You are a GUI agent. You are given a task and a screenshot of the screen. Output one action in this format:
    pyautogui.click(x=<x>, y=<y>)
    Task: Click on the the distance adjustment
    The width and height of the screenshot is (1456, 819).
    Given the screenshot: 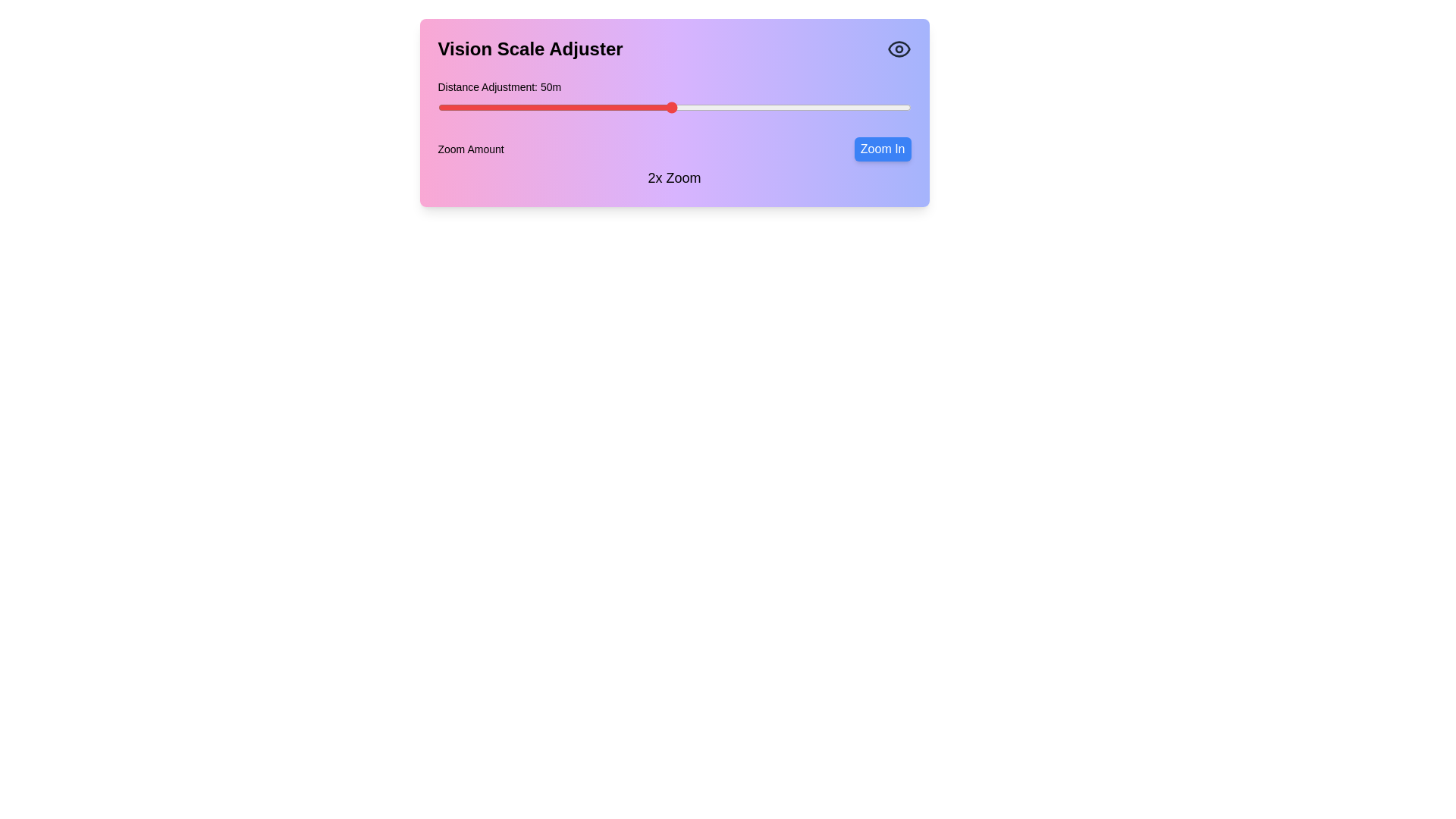 What is the action you would take?
    pyautogui.click(x=447, y=107)
    